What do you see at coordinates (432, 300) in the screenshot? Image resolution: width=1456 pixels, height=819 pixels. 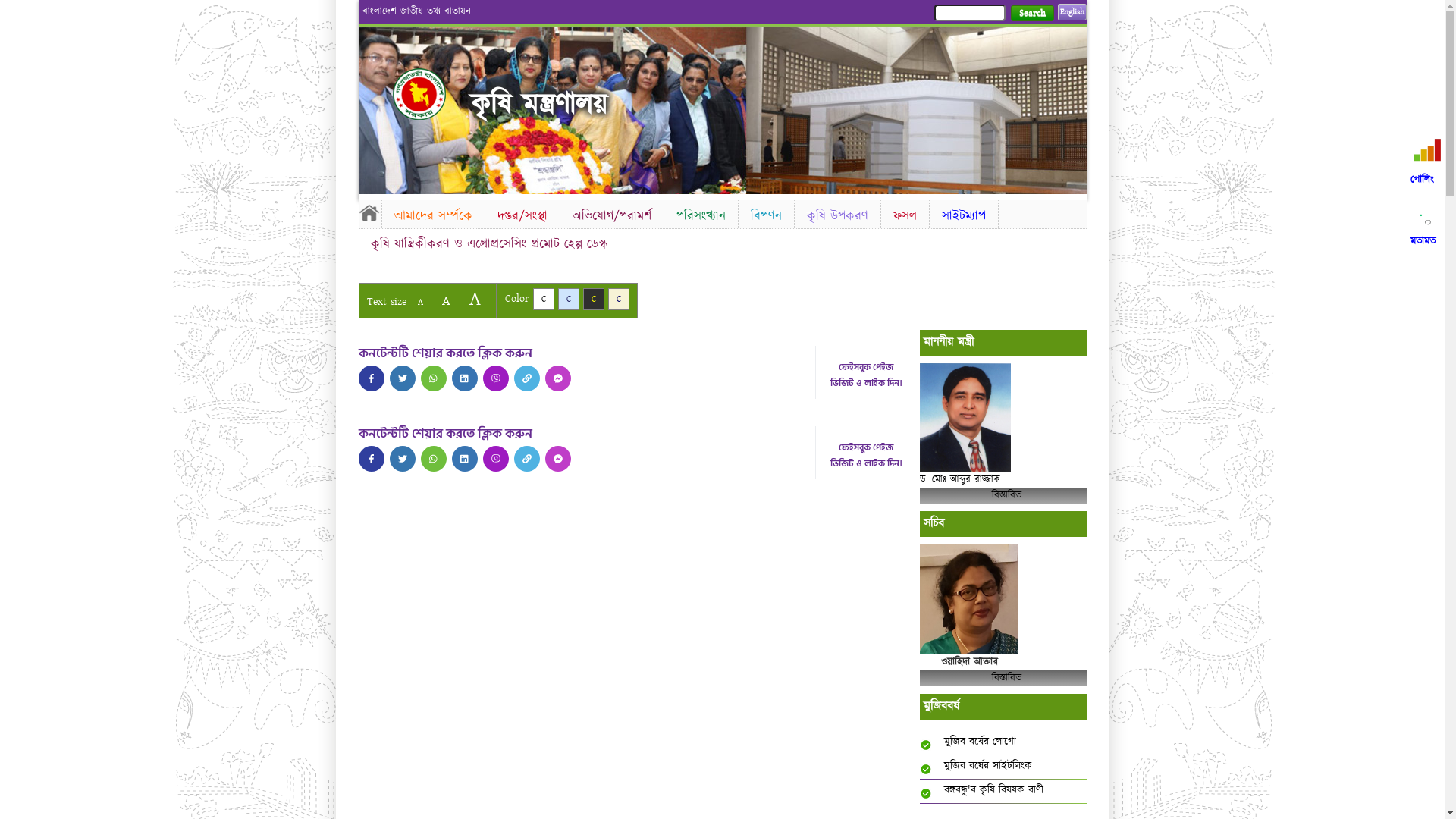 I see `'A'` at bounding box center [432, 300].